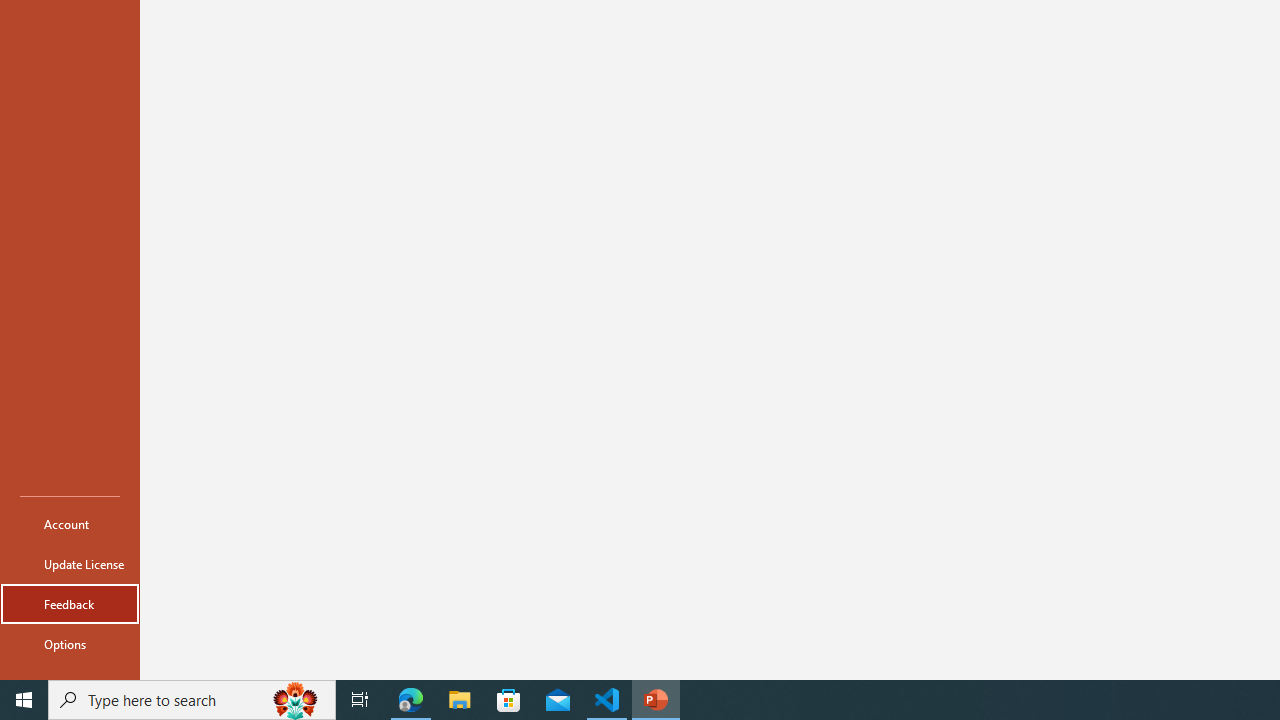 Image resolution: width=1280 pixels, height=720 pixels. Describe the element at coordinates (69, 644) in the screenshot. I see `'Options'` at that location.